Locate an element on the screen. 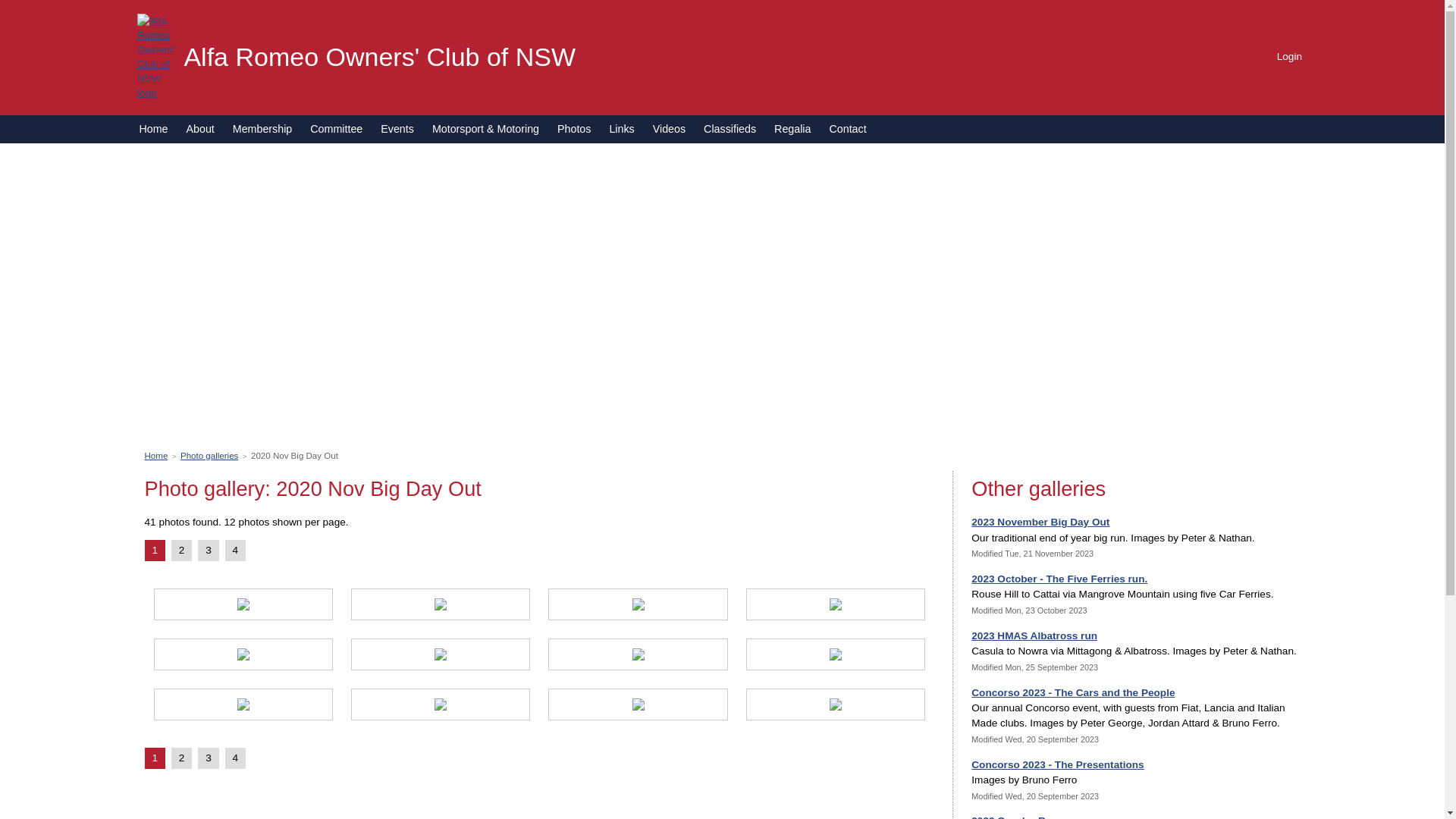 Image resolution: width=1456 pixels, height=819 pixels. 'Home page' is located at coordinates (155, 55).